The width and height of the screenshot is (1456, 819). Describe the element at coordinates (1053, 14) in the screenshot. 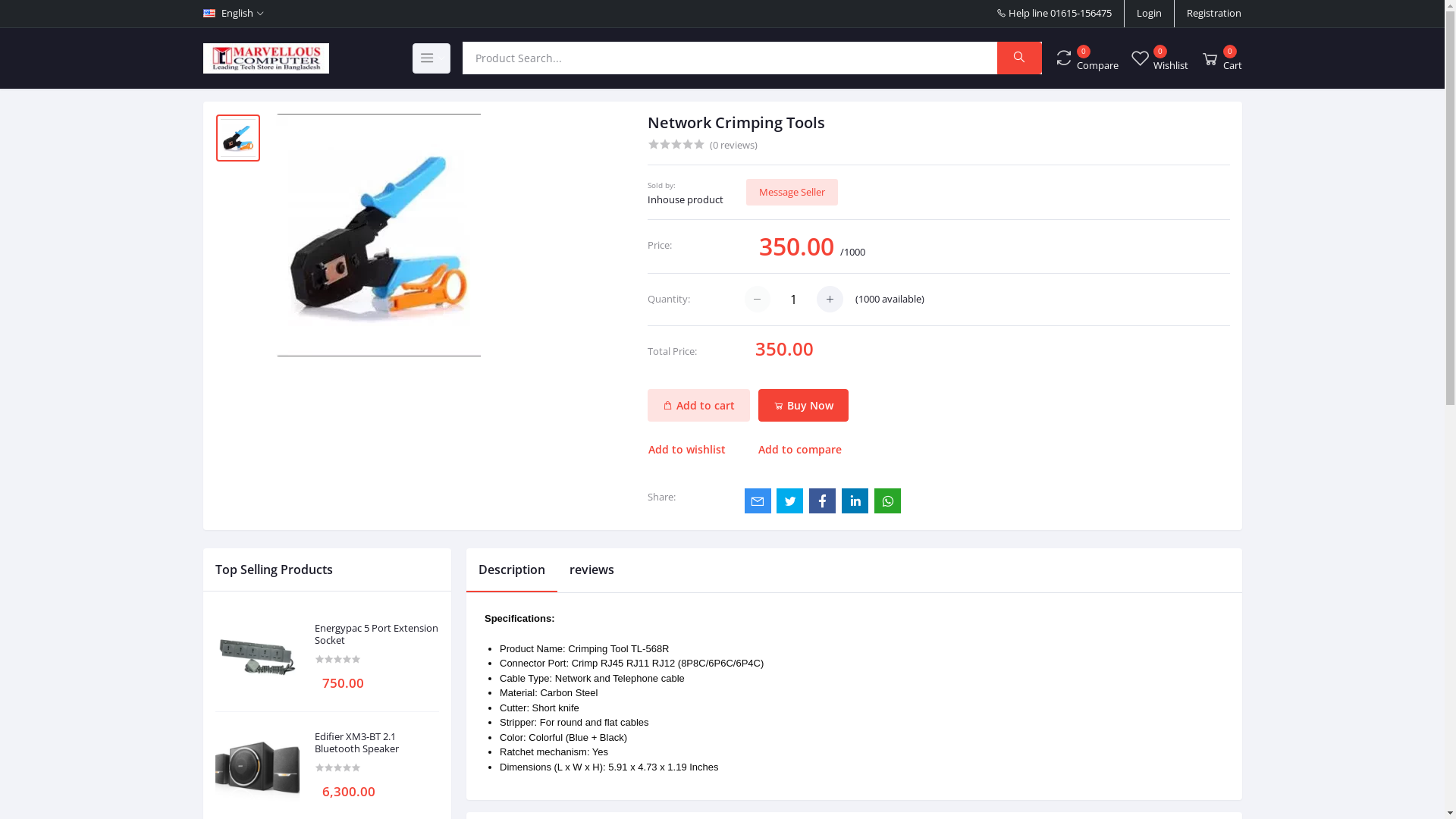

I see `'Help line 01615-156475'` at that location.